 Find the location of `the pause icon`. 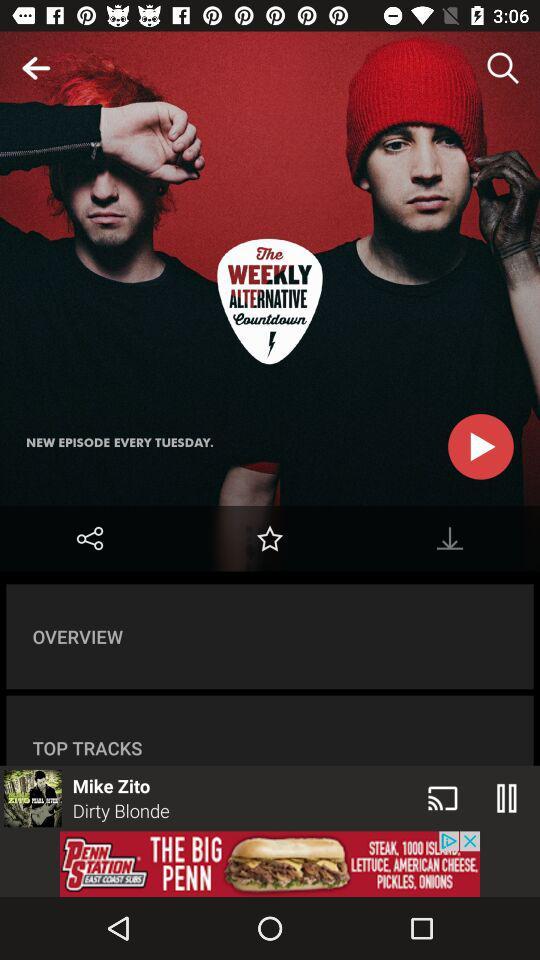

the pause icon is located at coordinates (507, 798).